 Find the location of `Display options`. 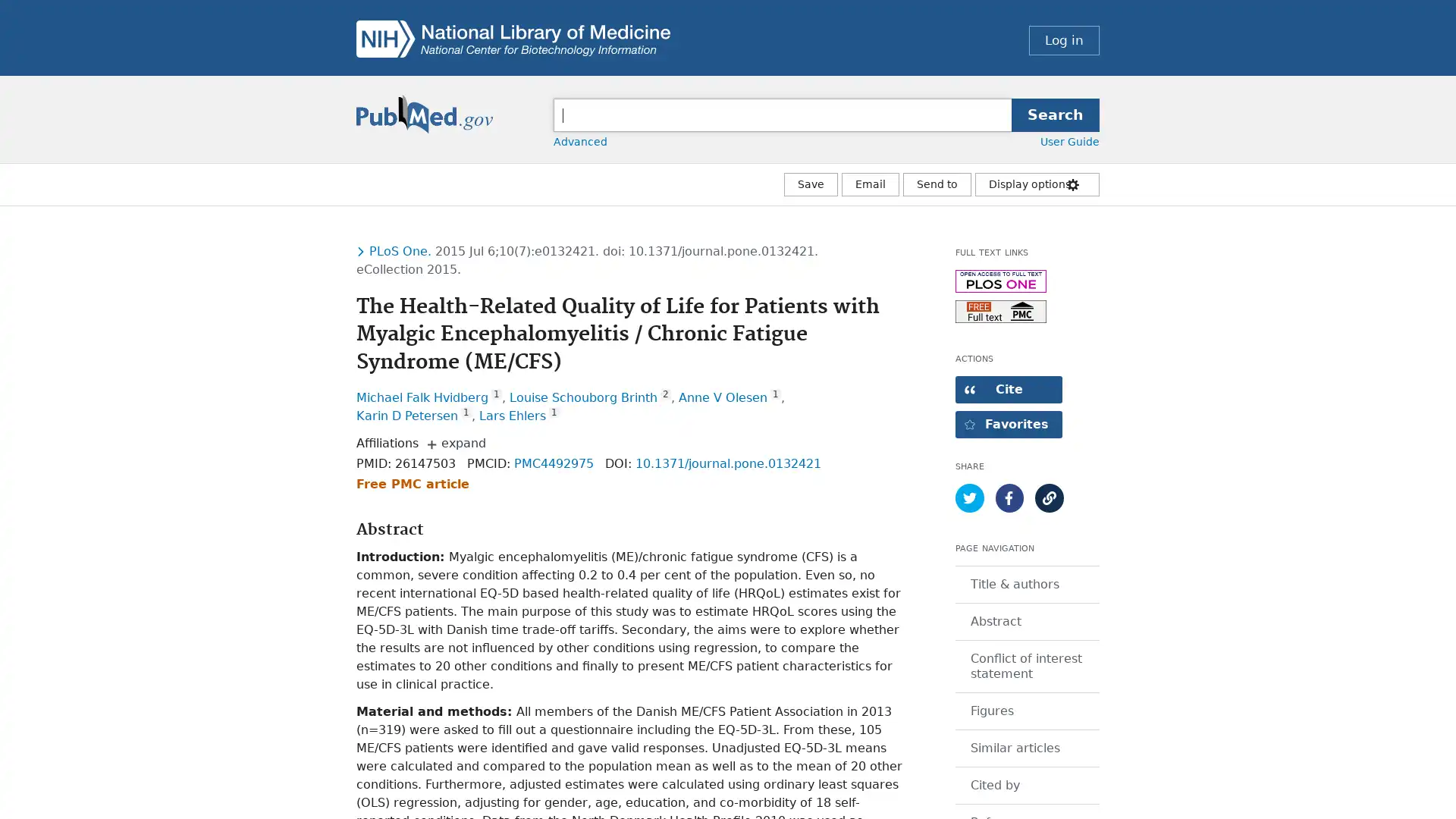

Display options is located at coordinates (1037, 184).